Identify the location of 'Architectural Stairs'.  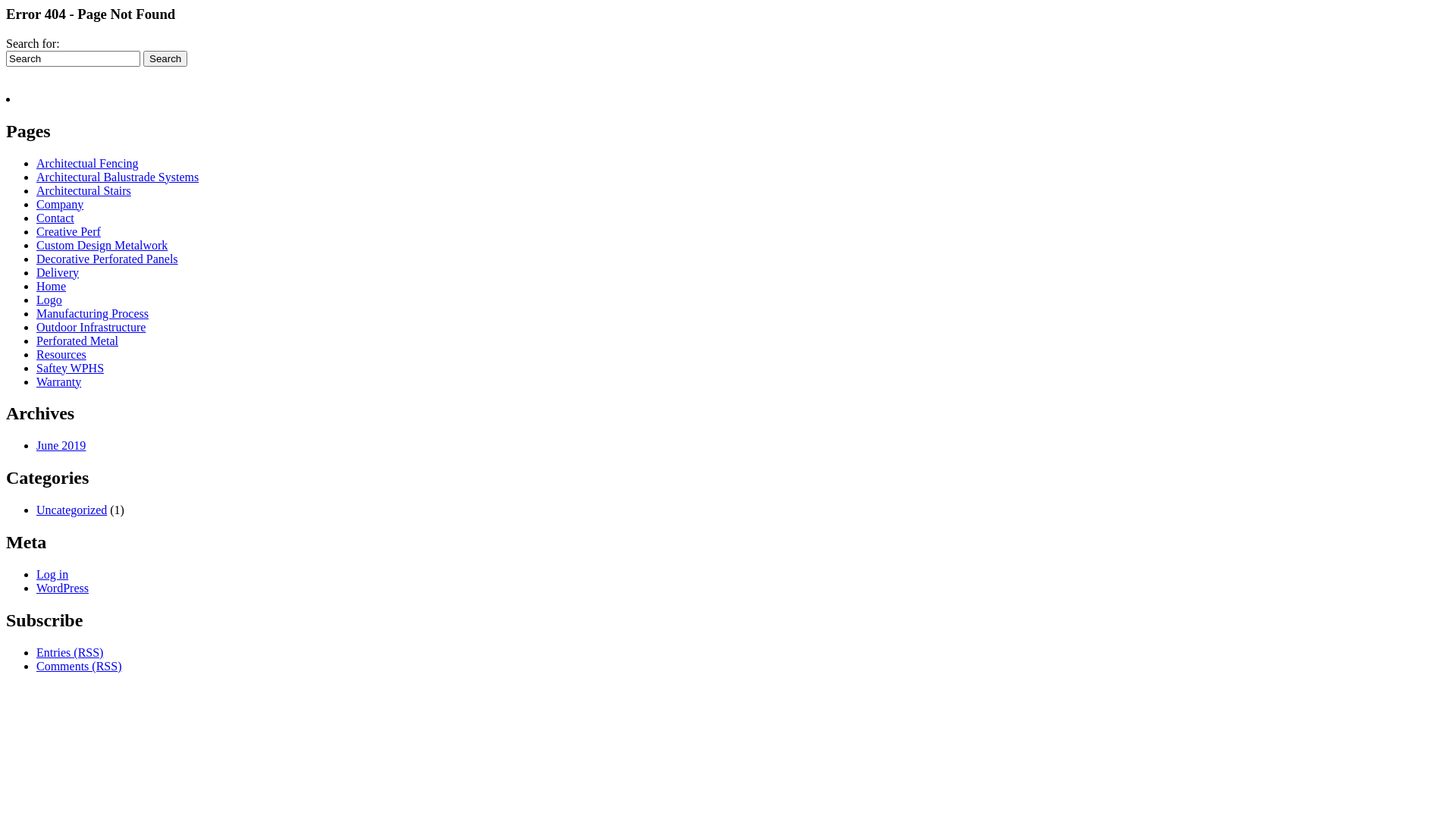
(83, 190).